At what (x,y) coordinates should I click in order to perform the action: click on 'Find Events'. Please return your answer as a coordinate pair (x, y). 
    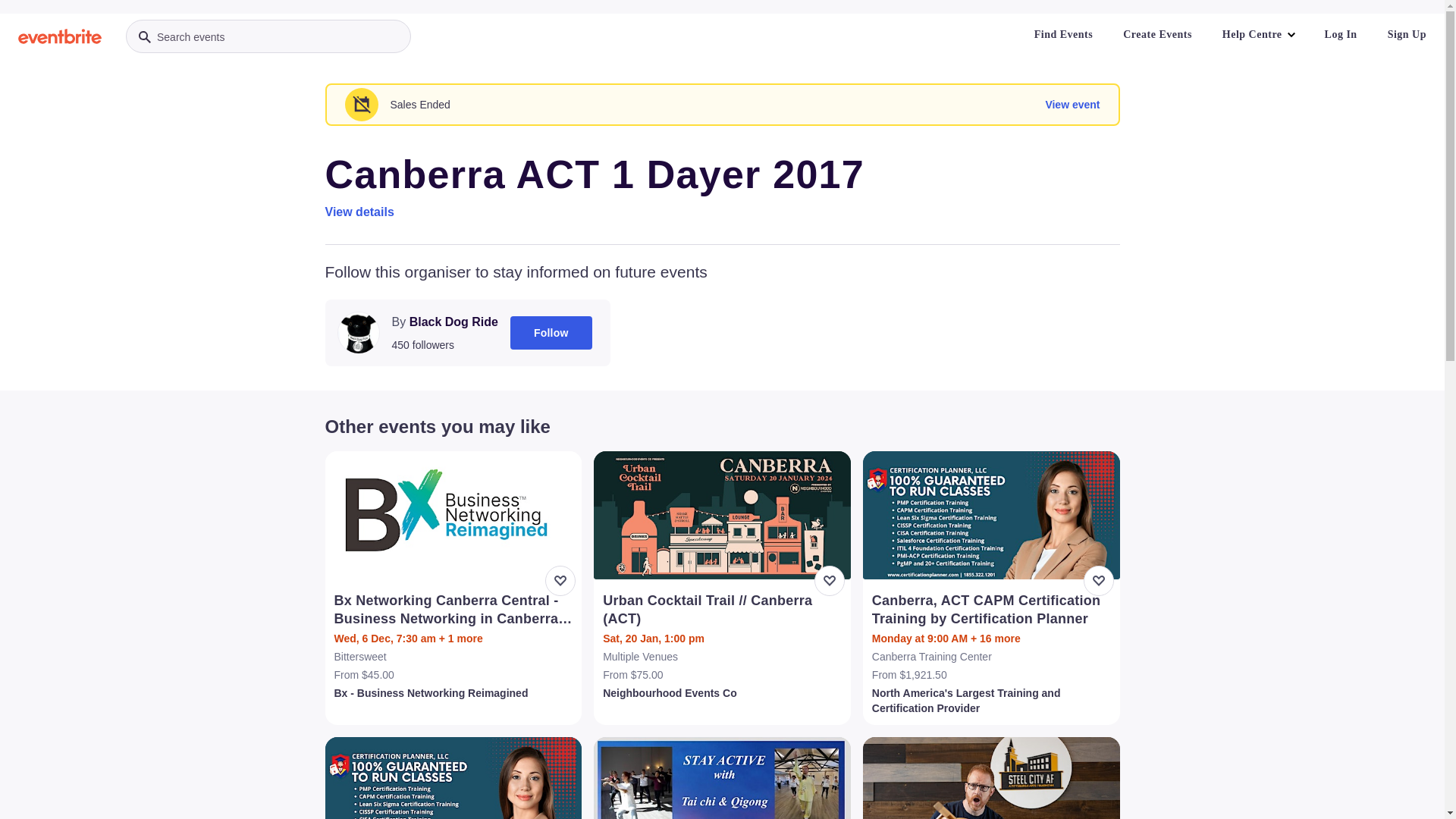
    Looking at the image, I should click on (1062, 34).